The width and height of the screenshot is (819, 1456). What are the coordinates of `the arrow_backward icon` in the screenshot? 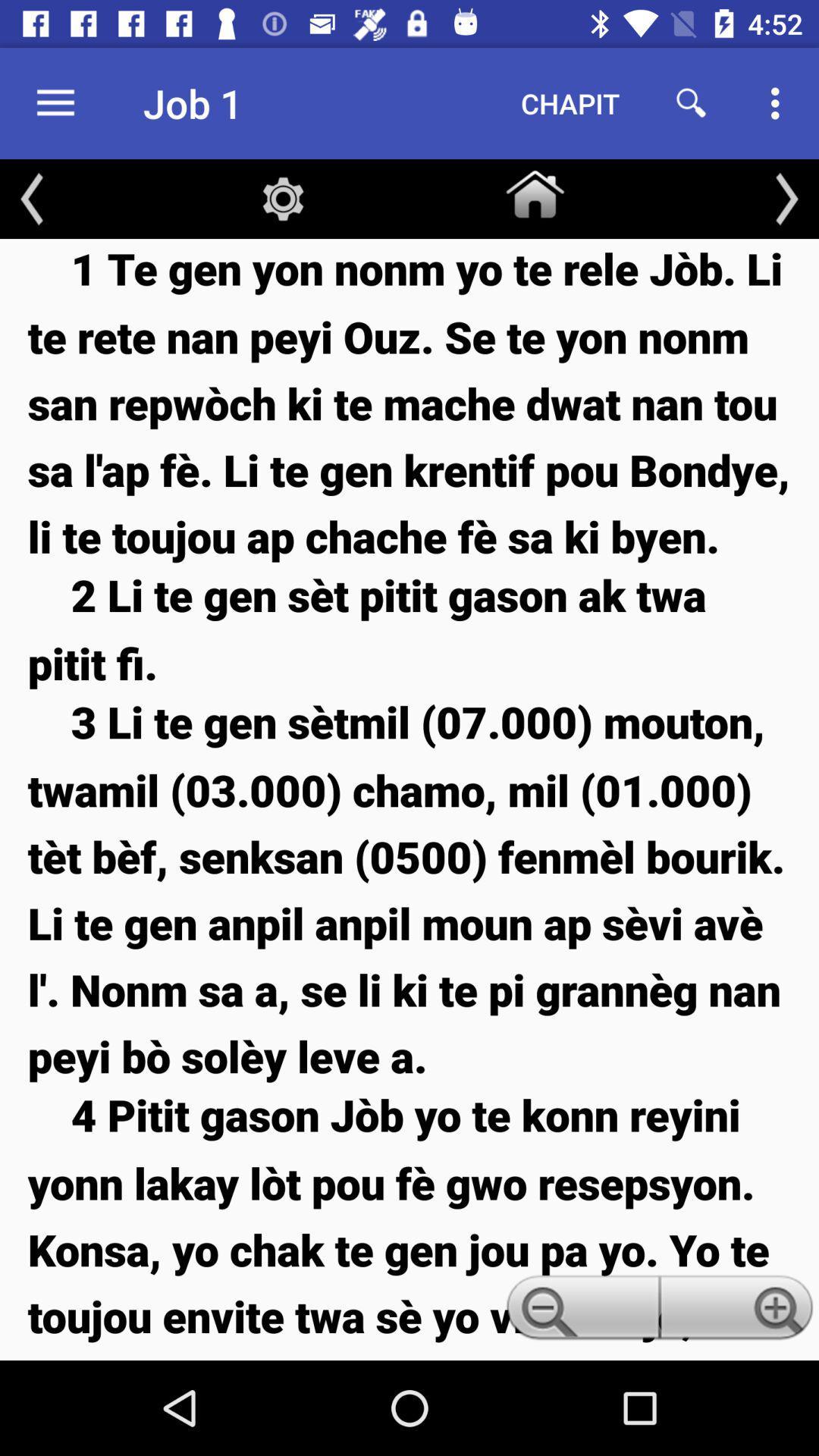 It's located at (32, 198).